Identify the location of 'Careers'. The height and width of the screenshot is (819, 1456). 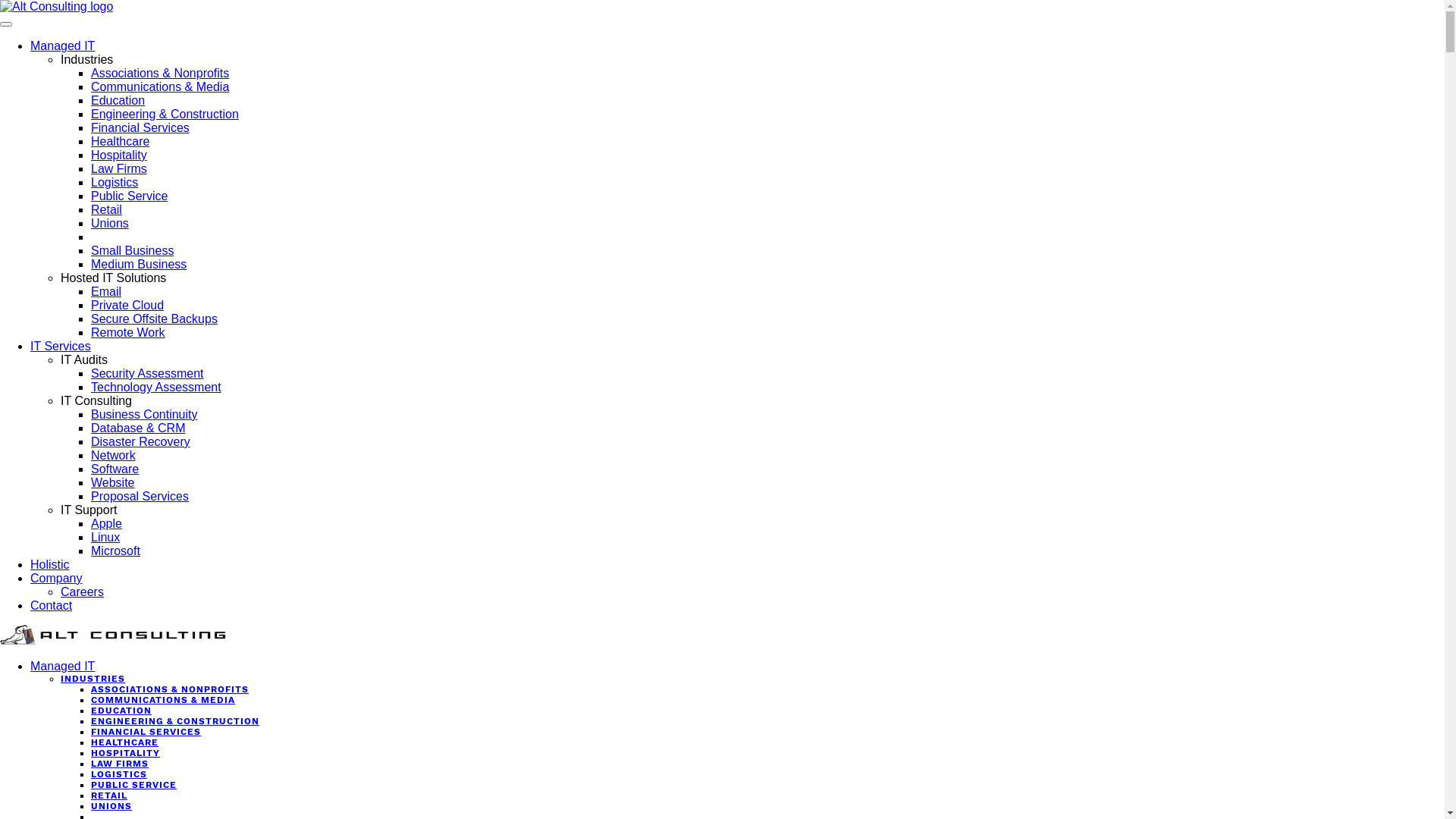
(61, 591).